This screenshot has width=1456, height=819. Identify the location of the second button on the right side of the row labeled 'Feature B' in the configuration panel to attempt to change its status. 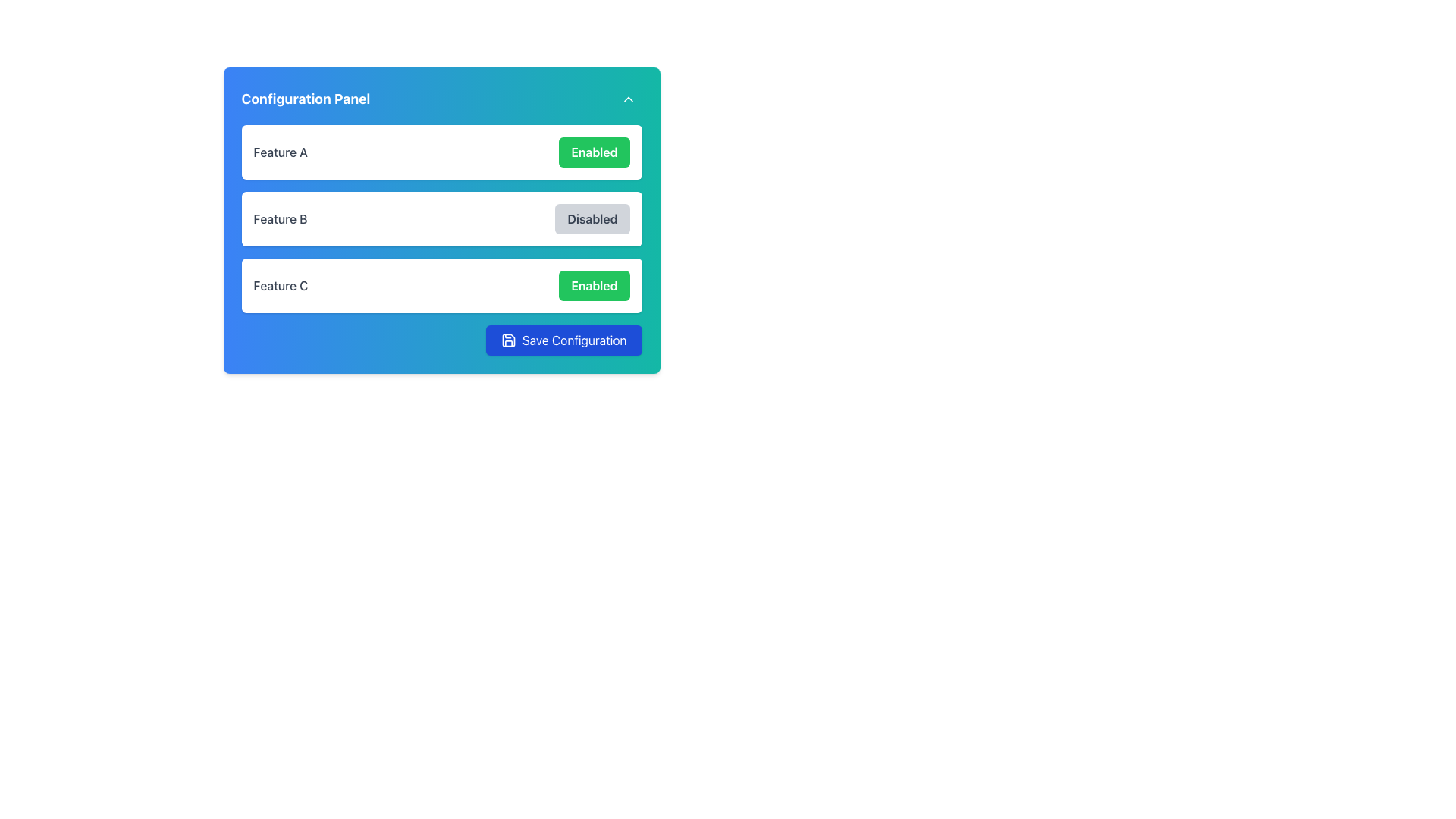
(591, 219).